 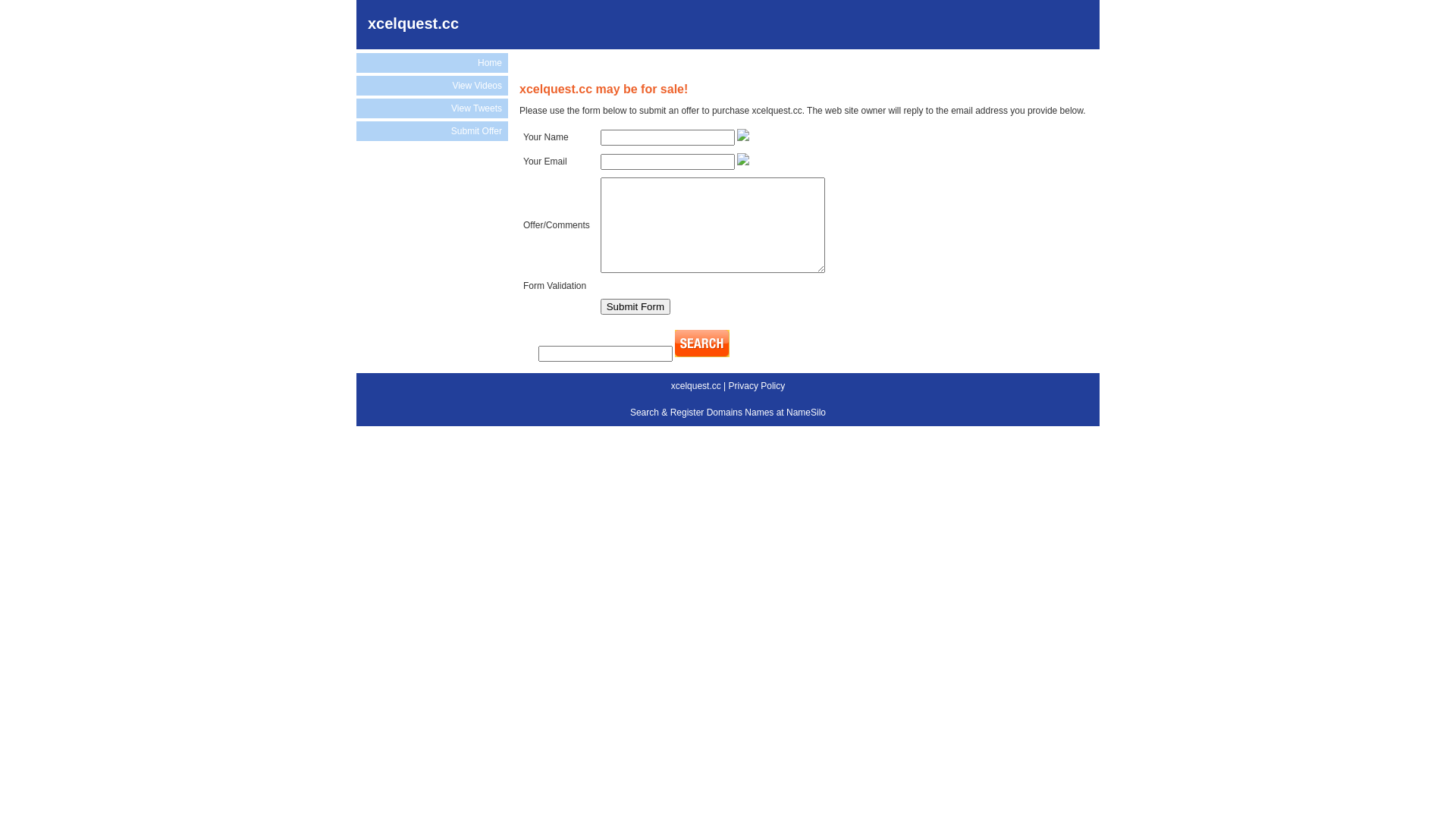 I want to click on 'View Tweets', so click(x=431, y=107).